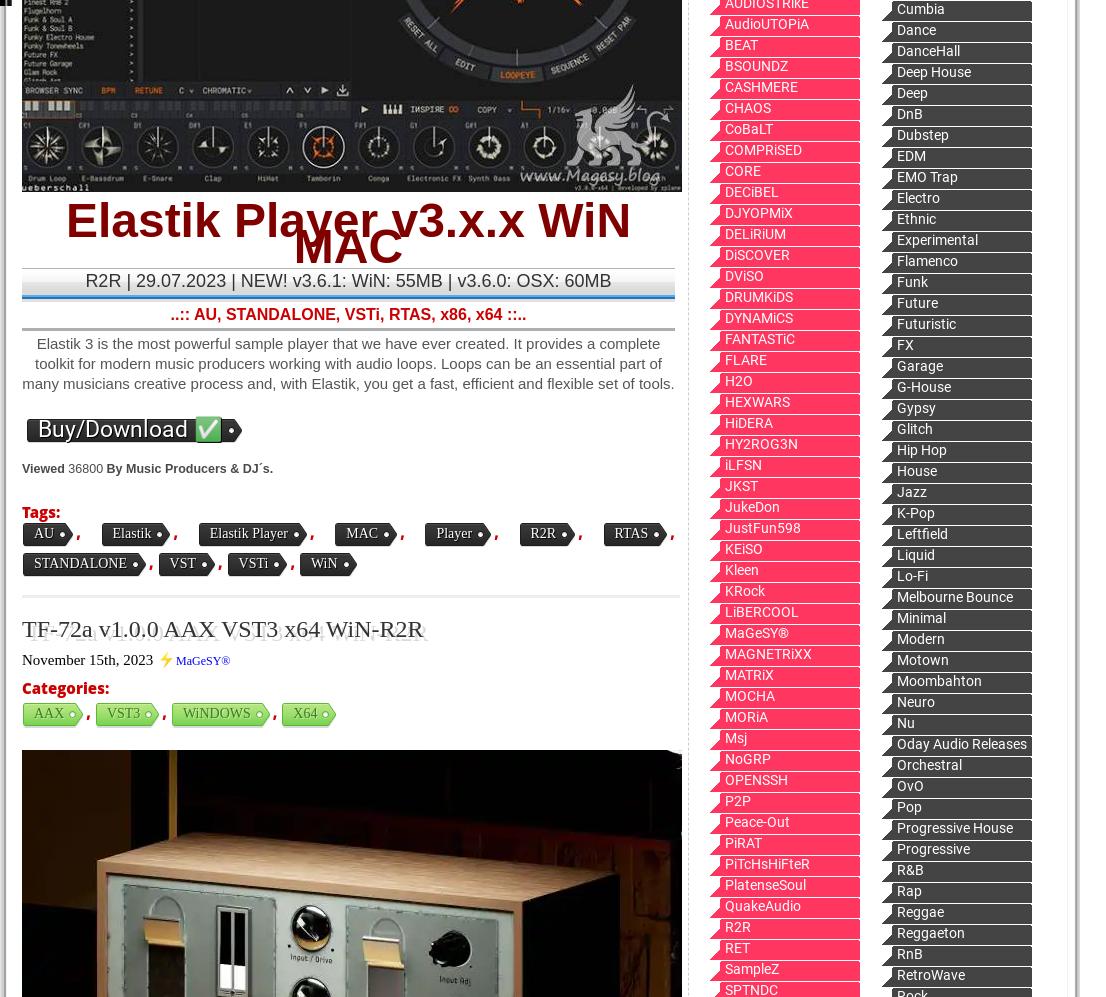  What do you see at coordinates (47, 712) in the screenshot?
I see `'AAX'` at bounding box center [47, 712].